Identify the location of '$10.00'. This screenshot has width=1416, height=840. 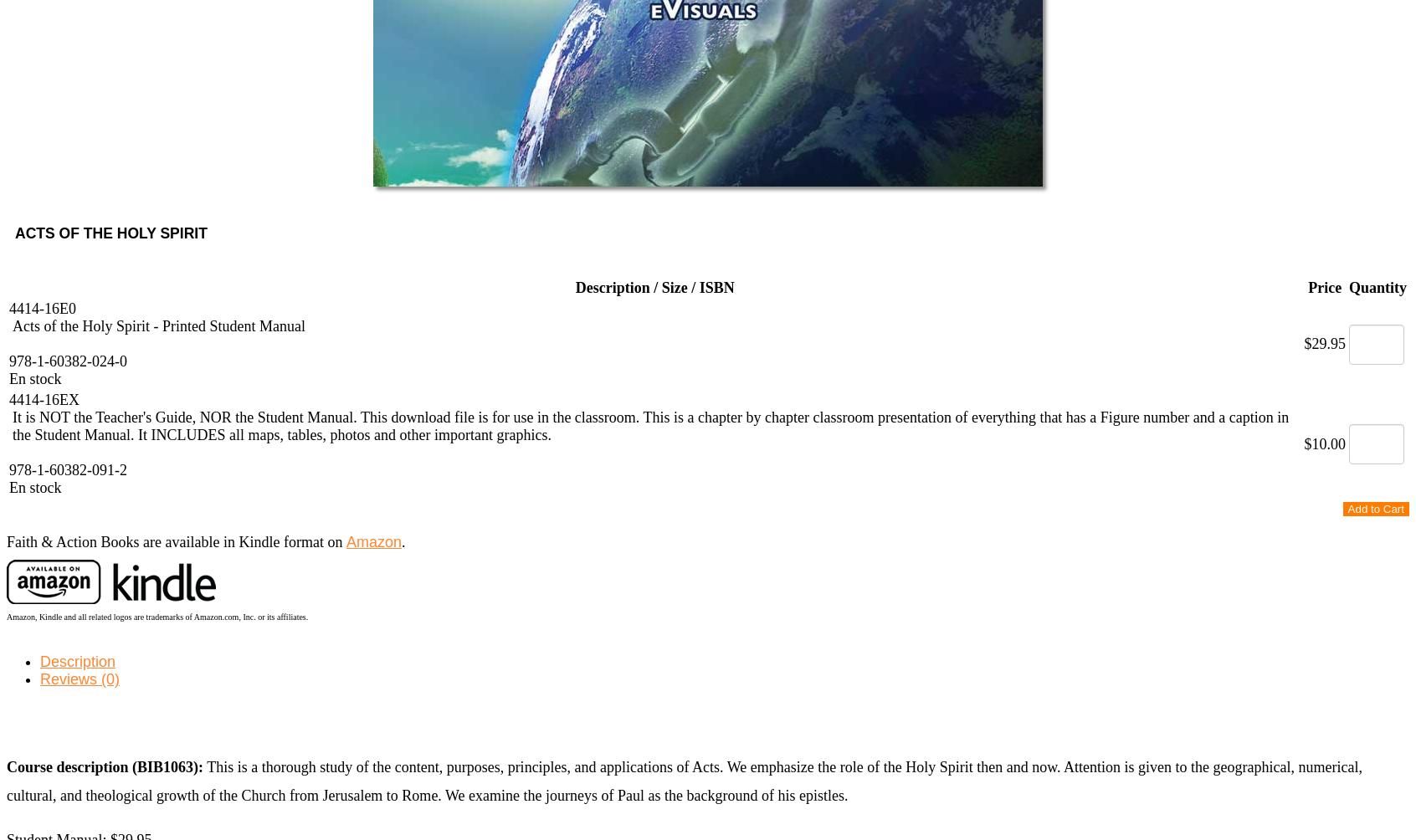
(1323, 443).